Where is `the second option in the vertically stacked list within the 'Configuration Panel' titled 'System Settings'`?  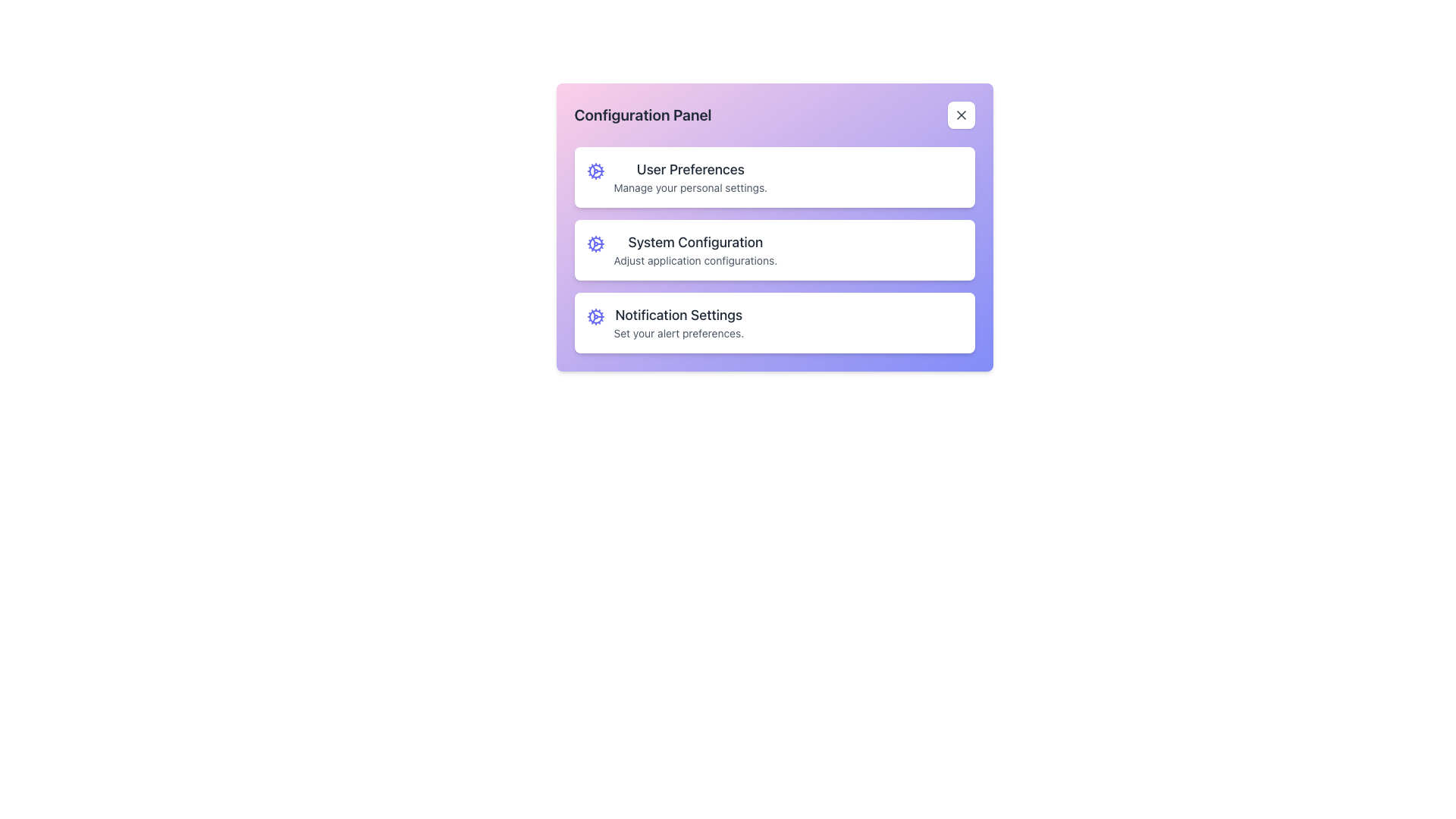 the second option in the vertically stacked list within the 'Configuration Panel' titled 'System Settings' is located at coordinates (774, 249).